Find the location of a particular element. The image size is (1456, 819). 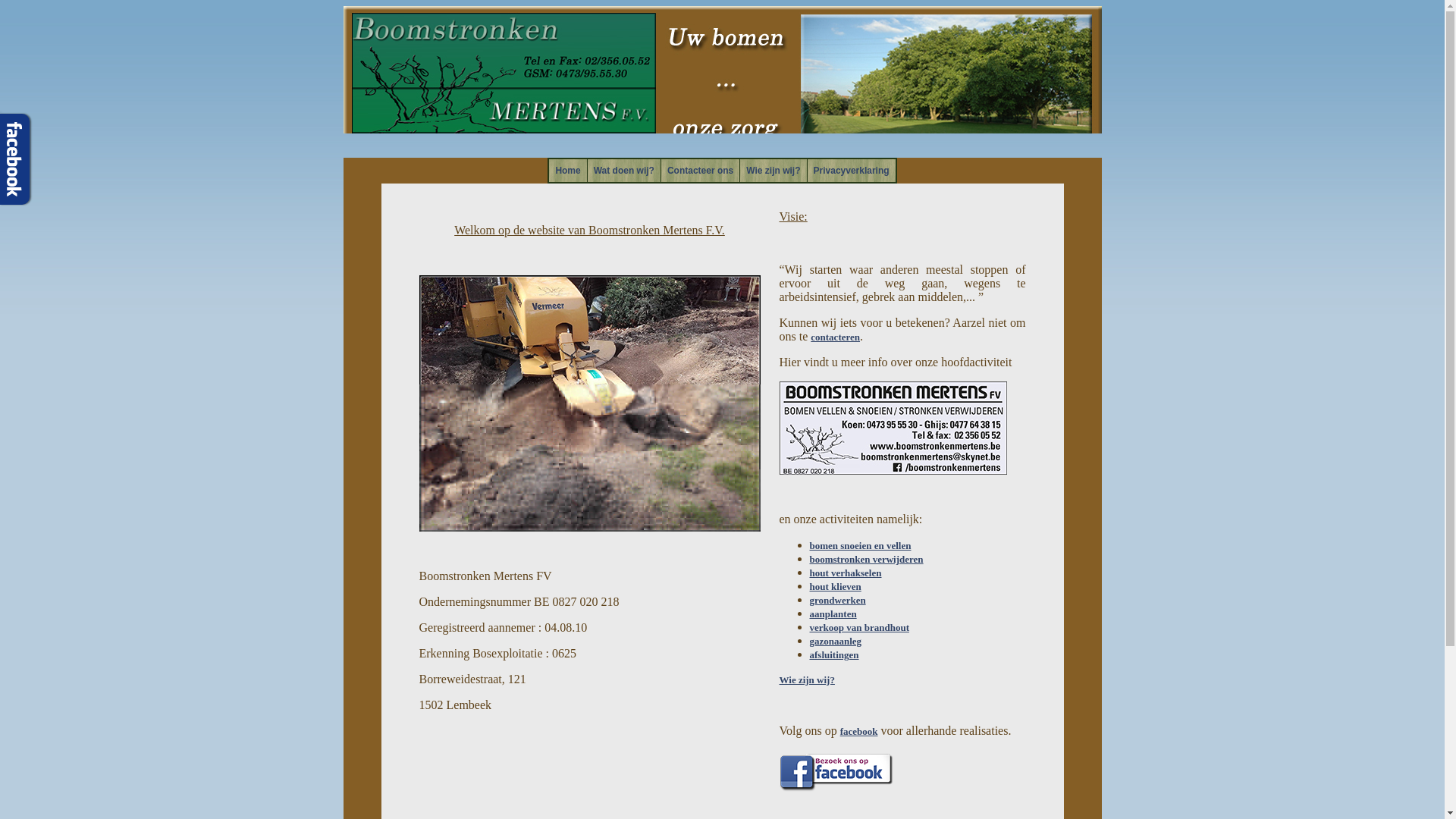

'Wat doen wij?' is located at coordinates (623, 170).